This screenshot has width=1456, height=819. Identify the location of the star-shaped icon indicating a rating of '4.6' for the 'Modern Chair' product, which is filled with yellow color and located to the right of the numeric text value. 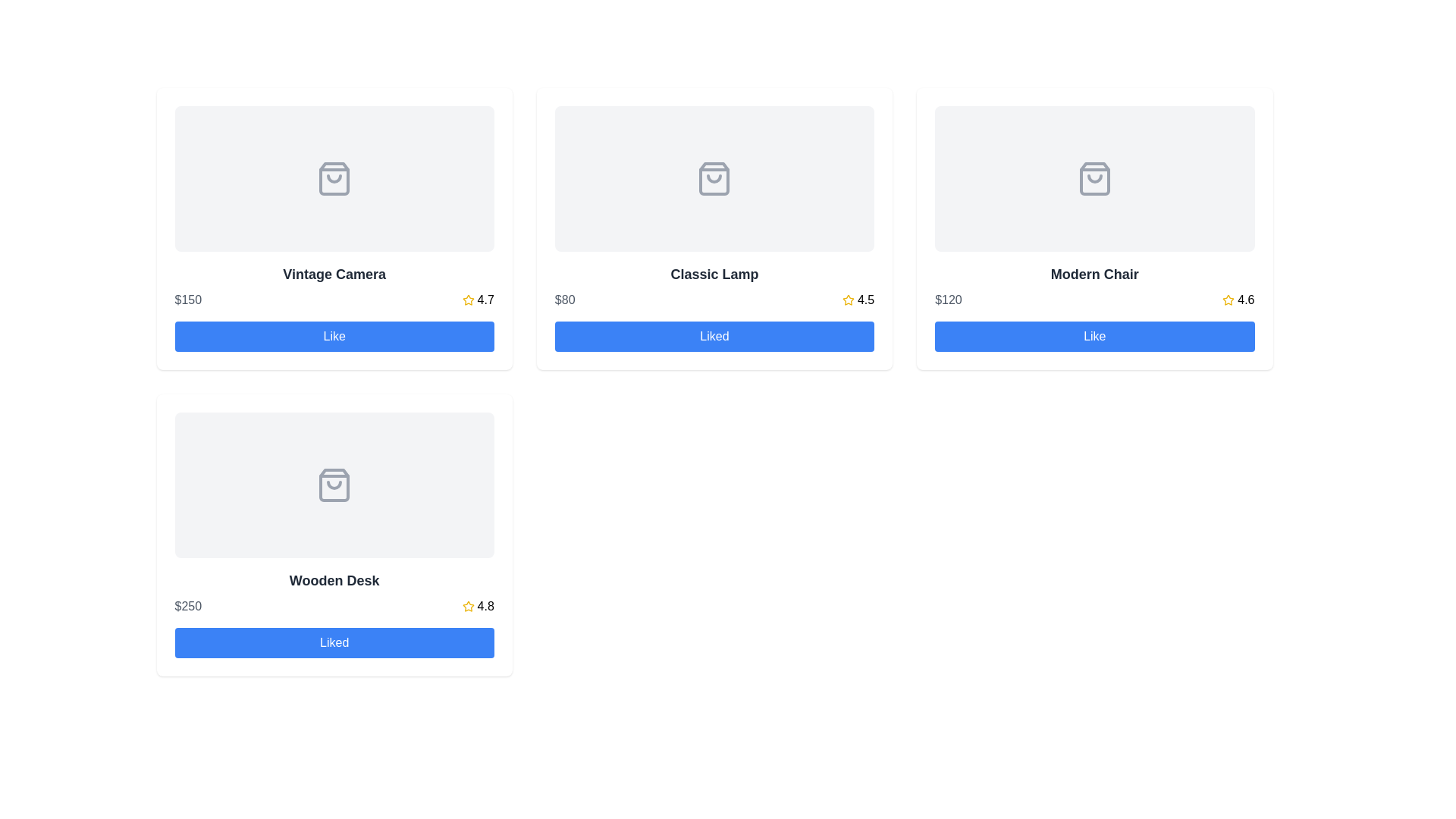
(1228, 300).